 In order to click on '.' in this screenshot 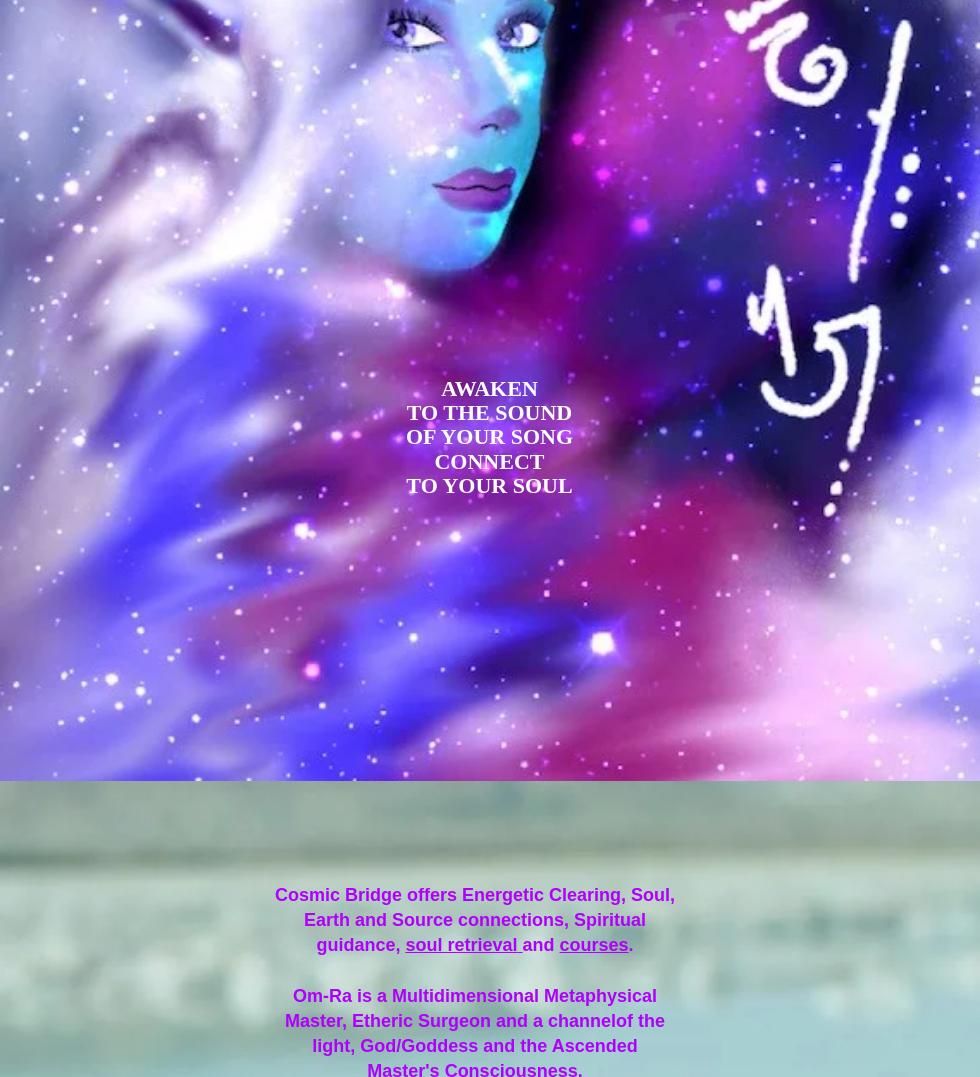, I will do `click(630, 943)`.